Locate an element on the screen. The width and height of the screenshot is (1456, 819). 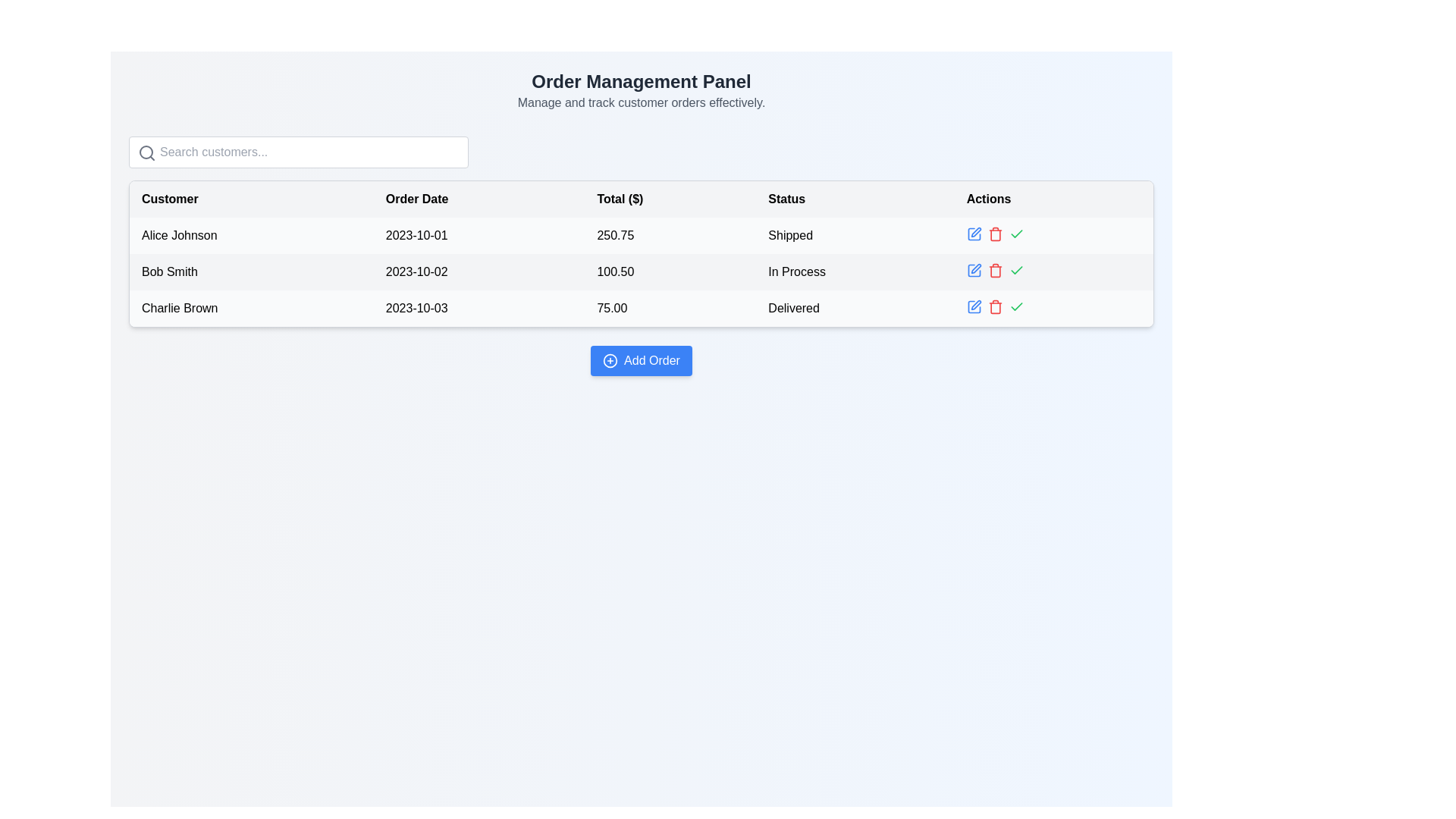
the pen icon button located in the 'Actions' column of the second row in the table is located at coordinates (976, 232).